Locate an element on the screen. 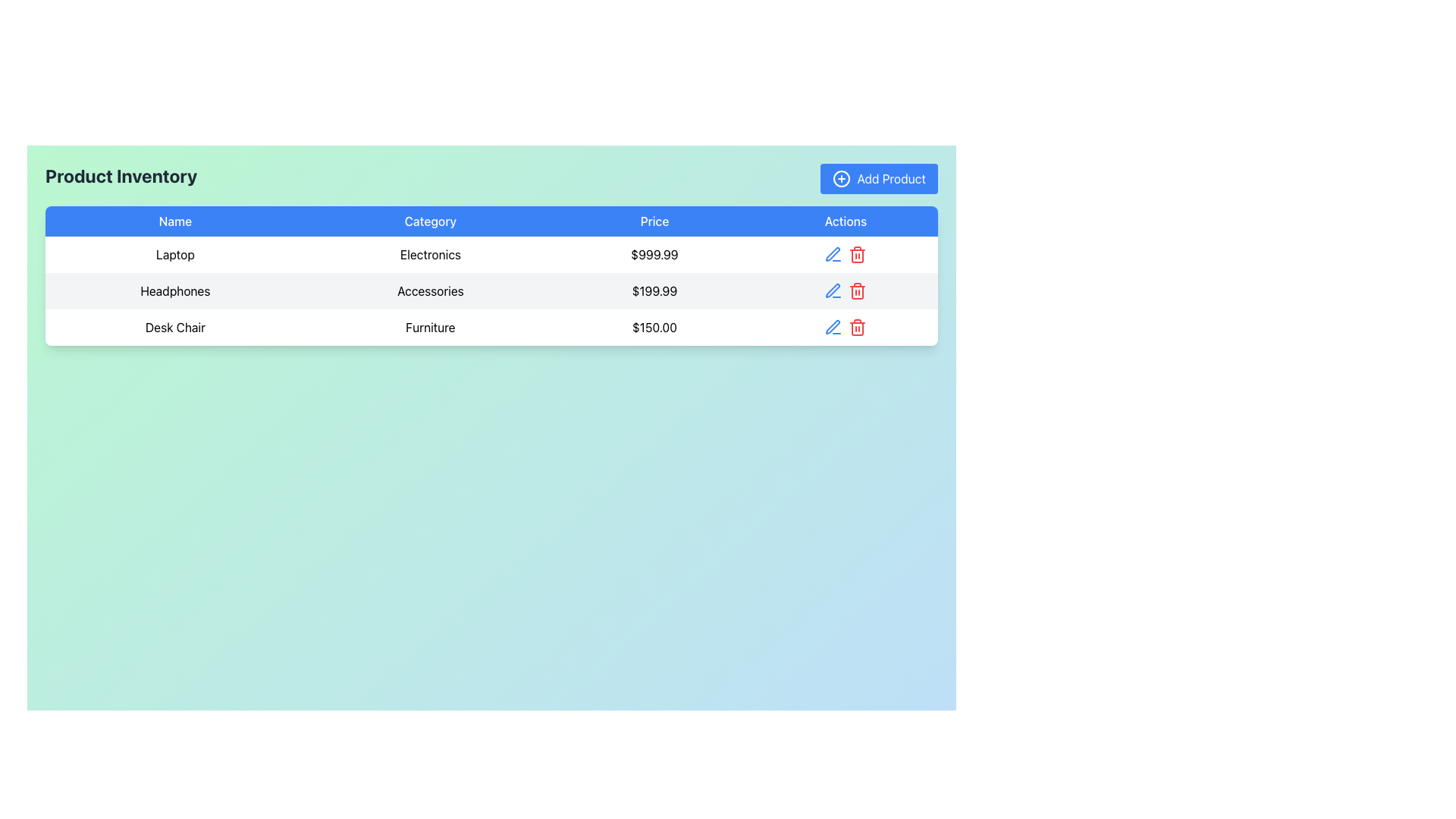  the delete icon located in the 'Actions' column of the table for the product 'Headphones' is located at coordinates (858, 256).